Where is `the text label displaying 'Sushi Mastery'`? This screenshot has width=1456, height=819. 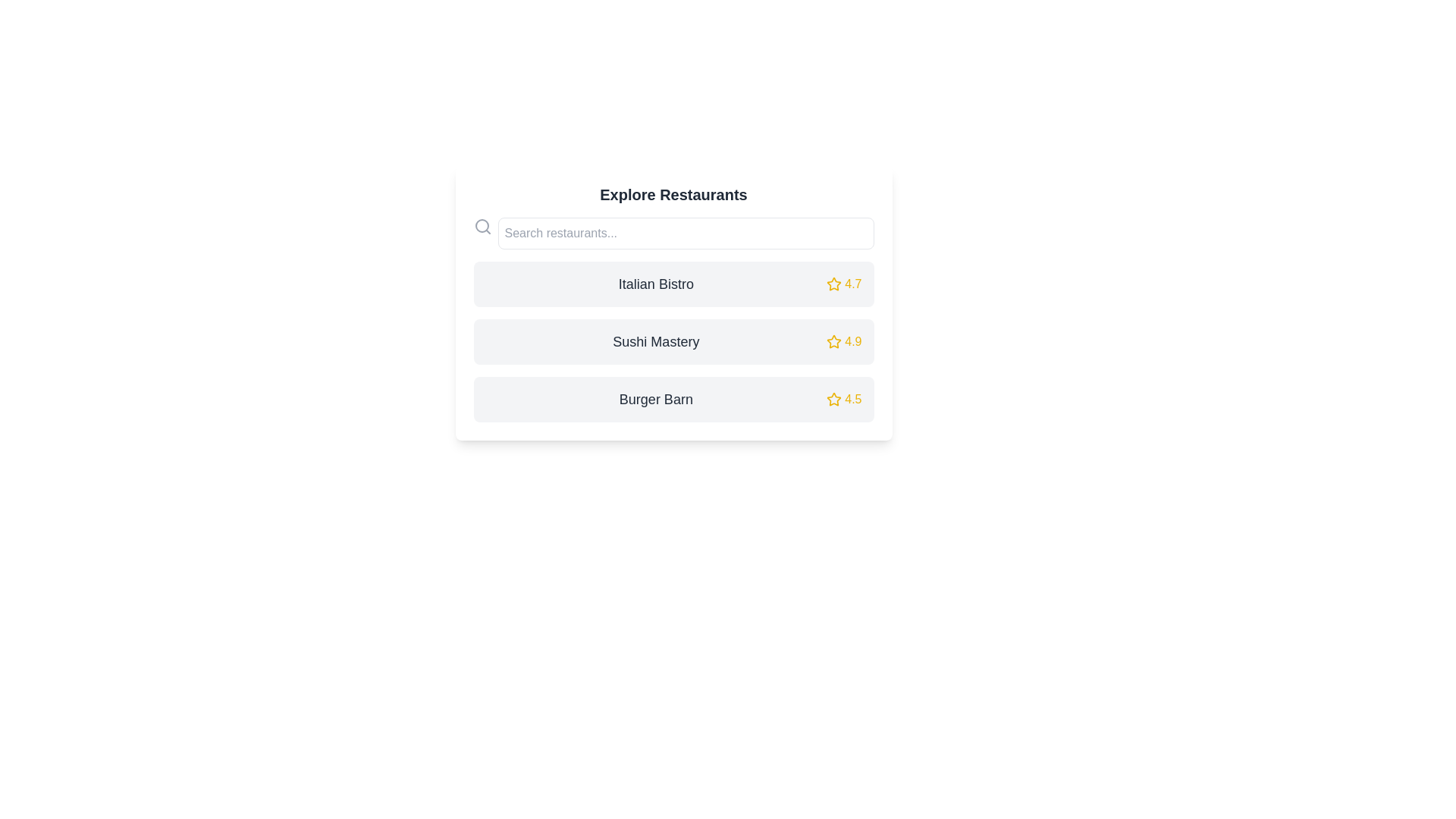
the text label displaying 'Sushi Mastery' is located at coordinates (656, 342).